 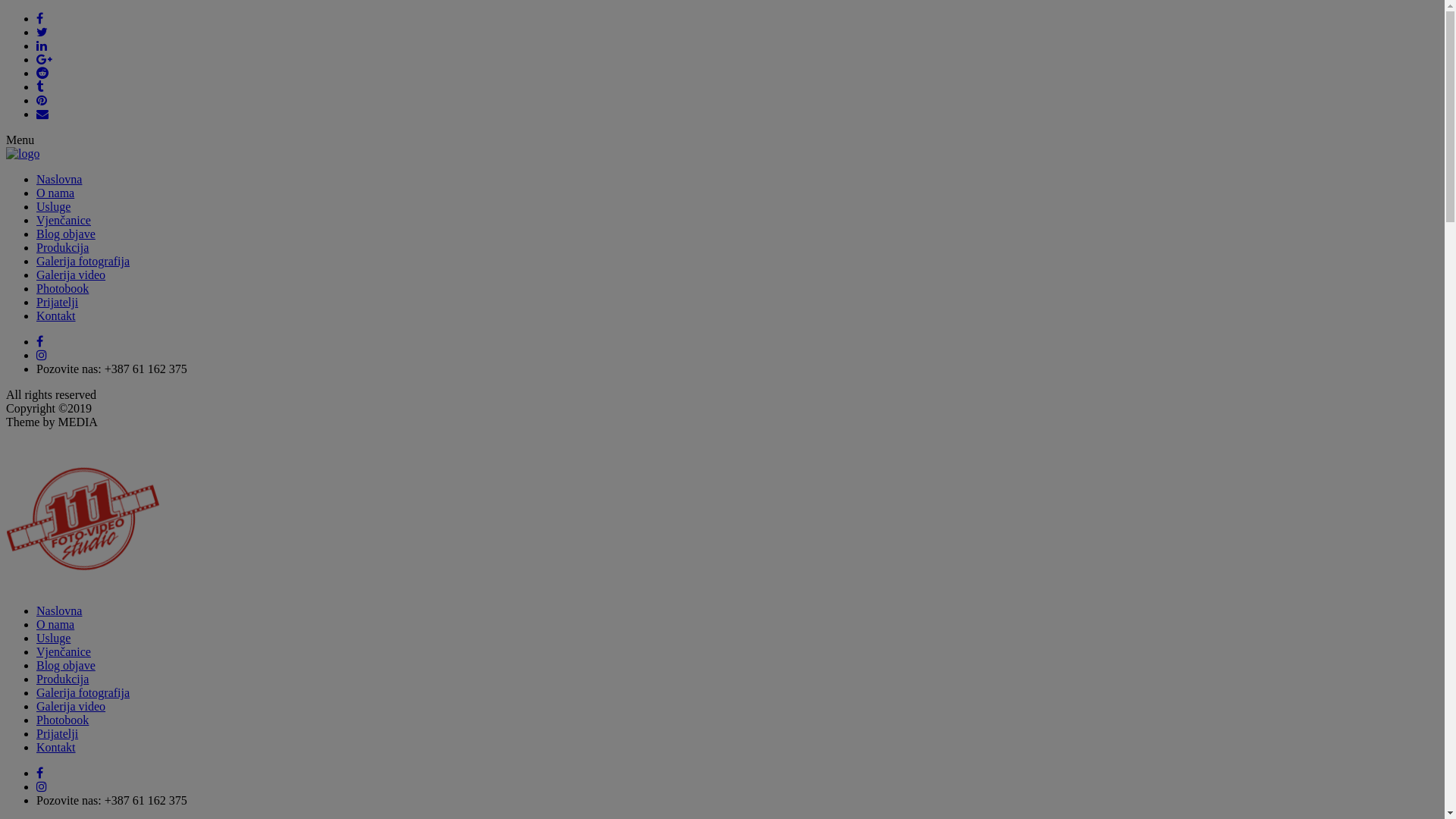 I want to click on 'Instagram', so click(x=41, y=786).